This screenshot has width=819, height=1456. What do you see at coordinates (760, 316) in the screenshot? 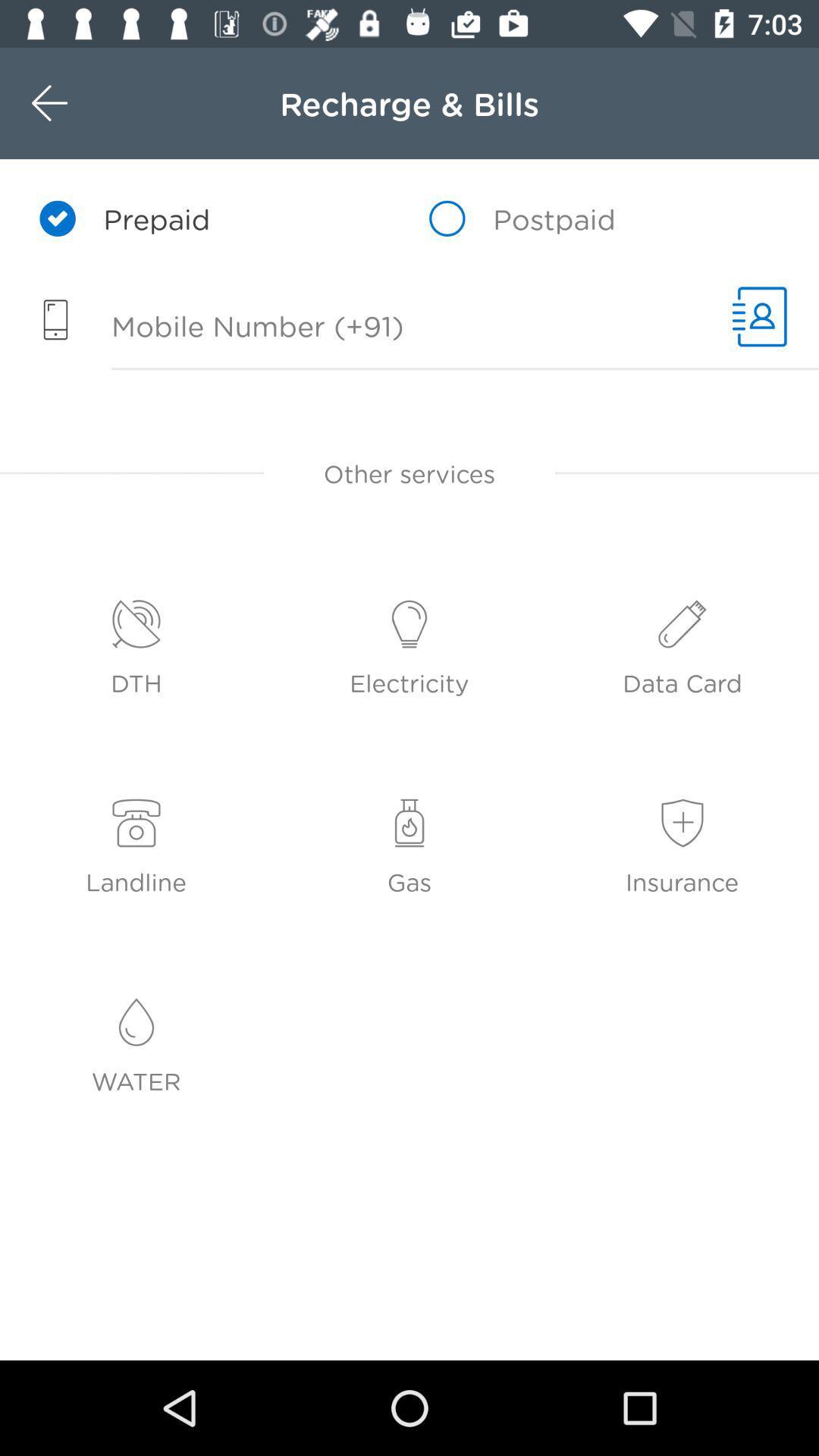
I see `the phone book icon` at bounding box center [760, 316].